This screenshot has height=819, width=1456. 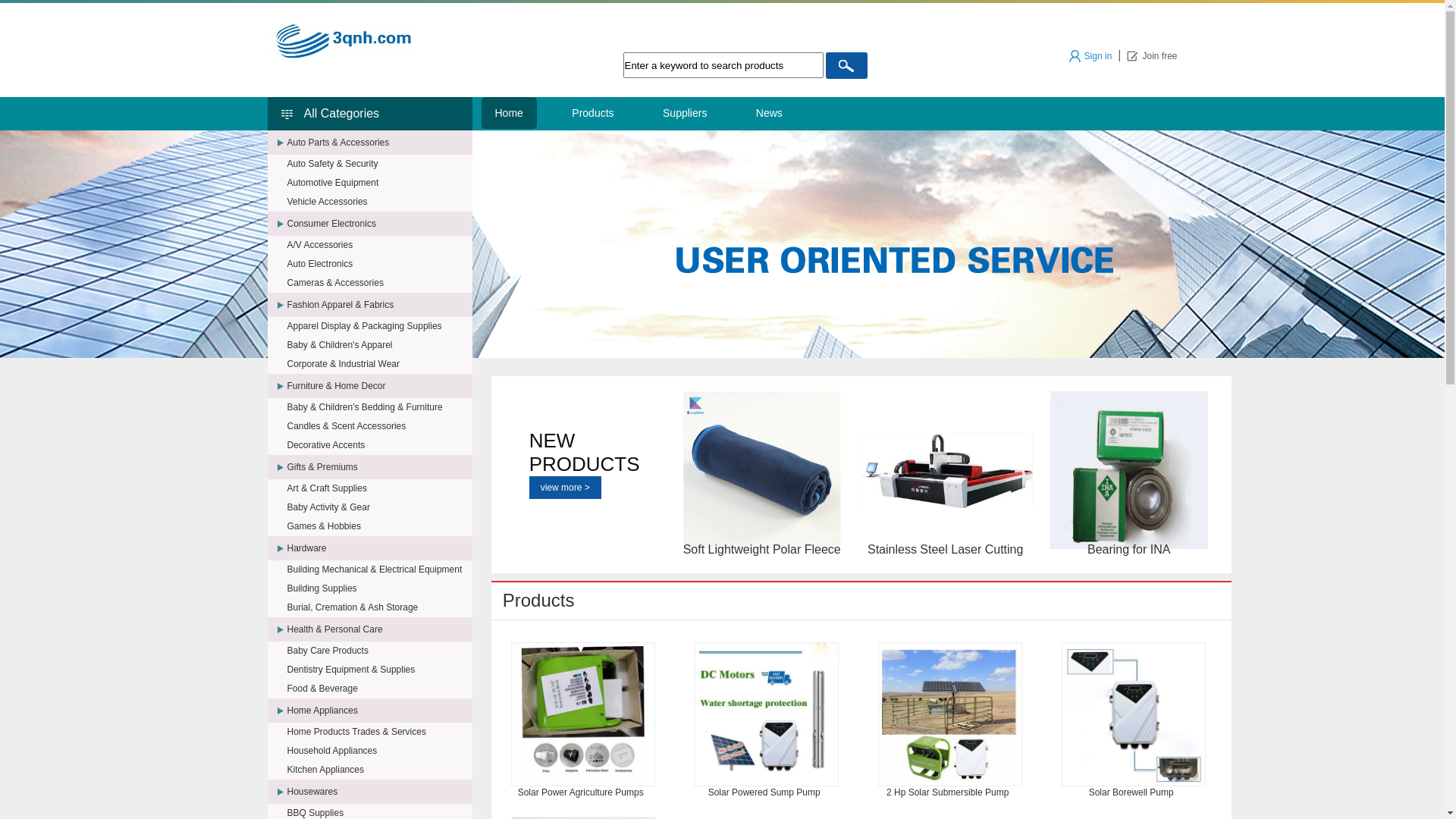 What do you see at coordinates (378, 223) in the screenshot?
I see `'Consumer Electronics'` at bounding box center [378, 223].